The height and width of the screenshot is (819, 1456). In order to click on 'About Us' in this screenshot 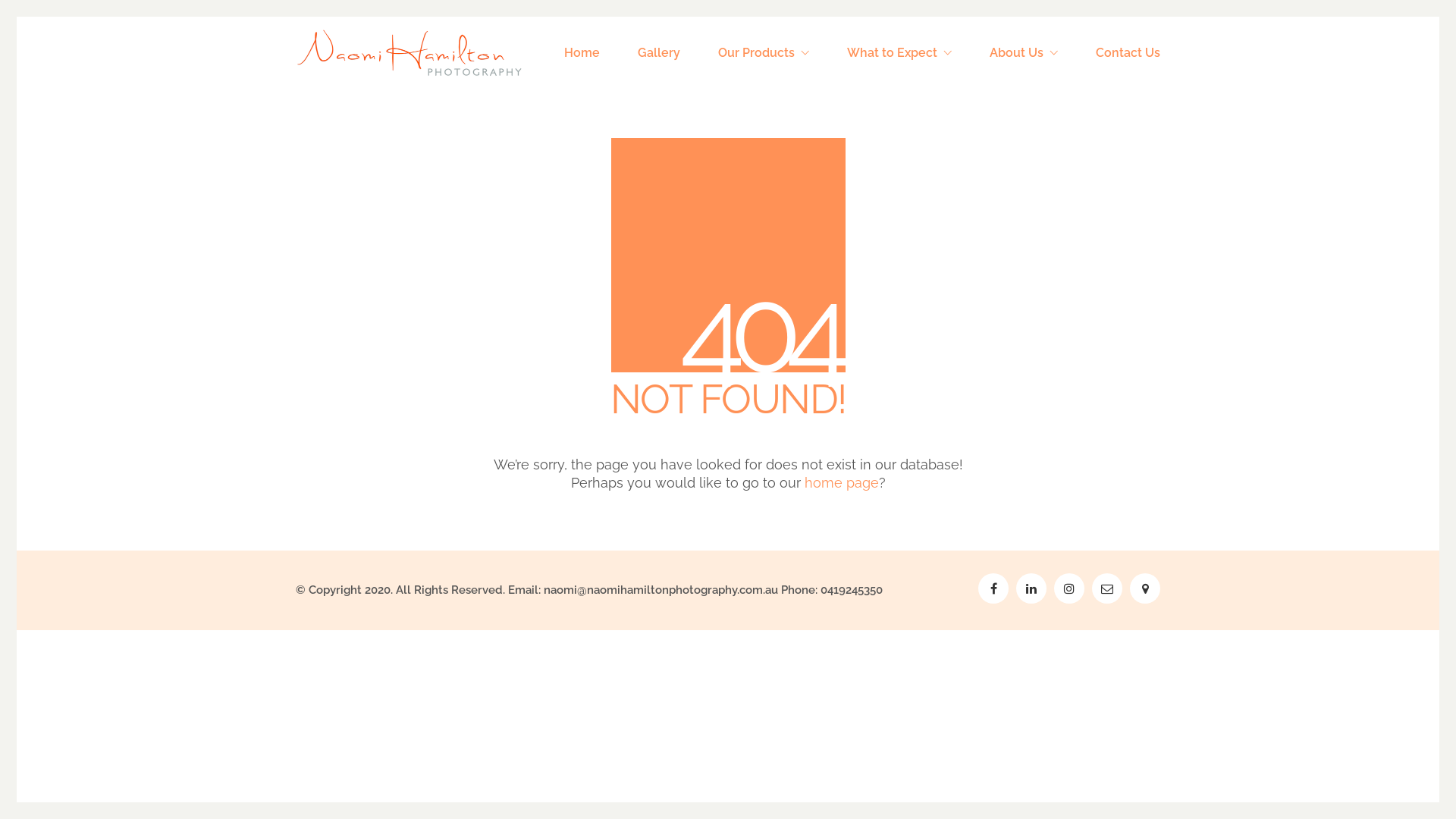, I will do `click(1023, 52)`.